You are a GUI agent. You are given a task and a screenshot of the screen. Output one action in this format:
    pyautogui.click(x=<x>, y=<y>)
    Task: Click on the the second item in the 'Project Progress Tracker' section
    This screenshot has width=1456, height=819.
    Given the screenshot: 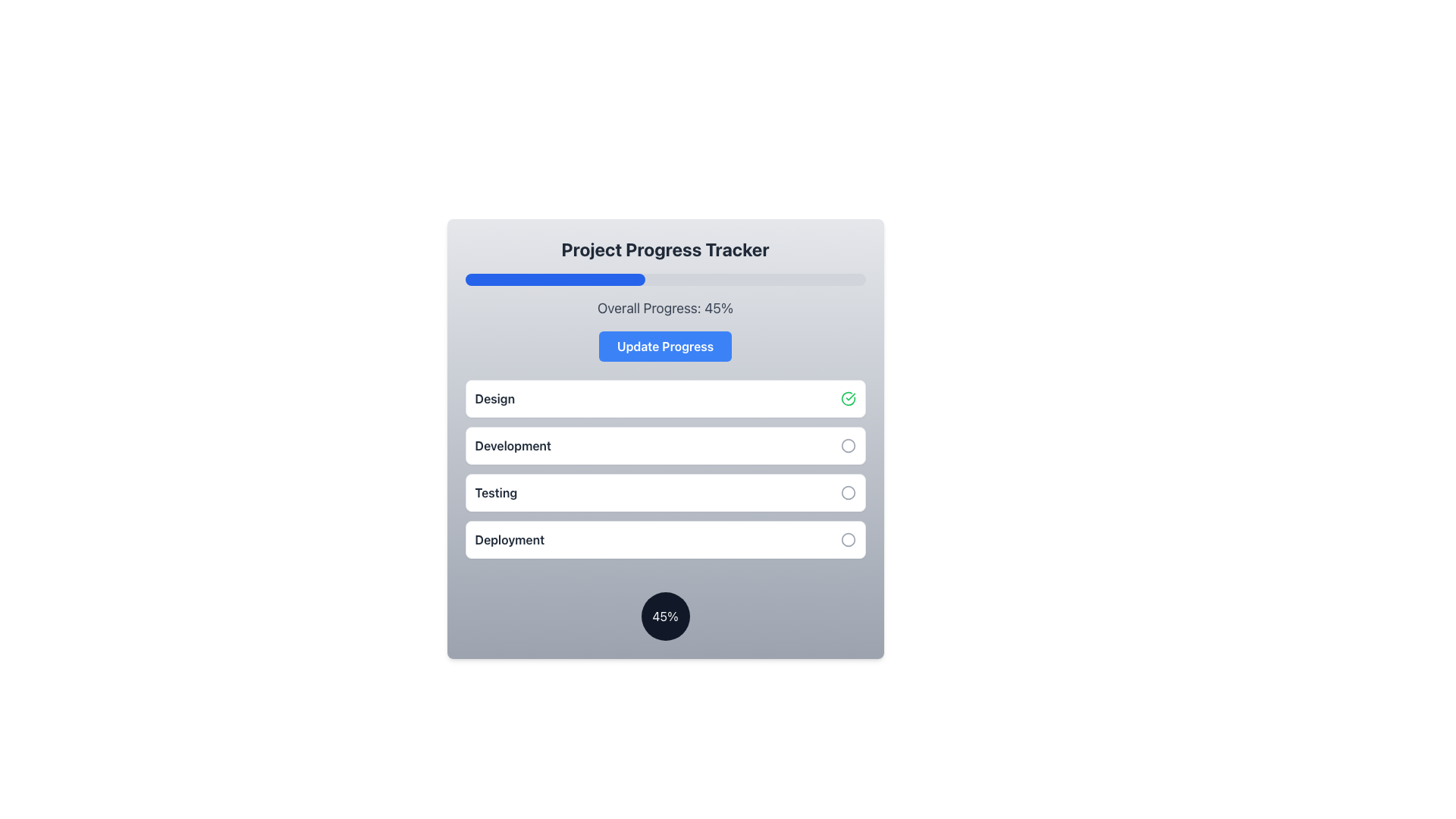 What is the action you would take?
    pyautogui.click(x=665, y=444)
    